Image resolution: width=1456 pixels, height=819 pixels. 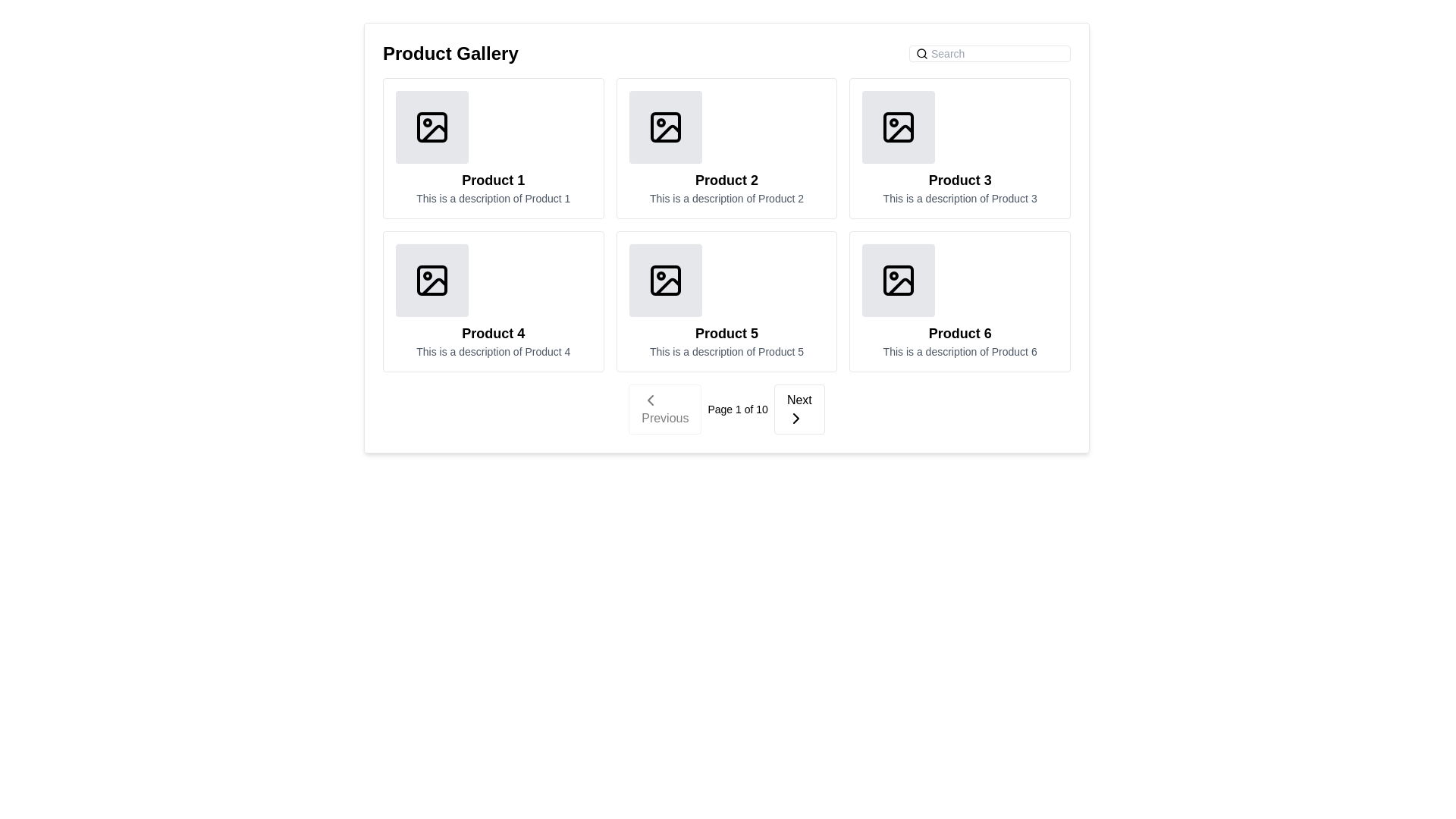 I want to click on current page information displayed in the Pagination control panel, which shows 'Page 1 of 10' at its center, so click(x=726, y=409).